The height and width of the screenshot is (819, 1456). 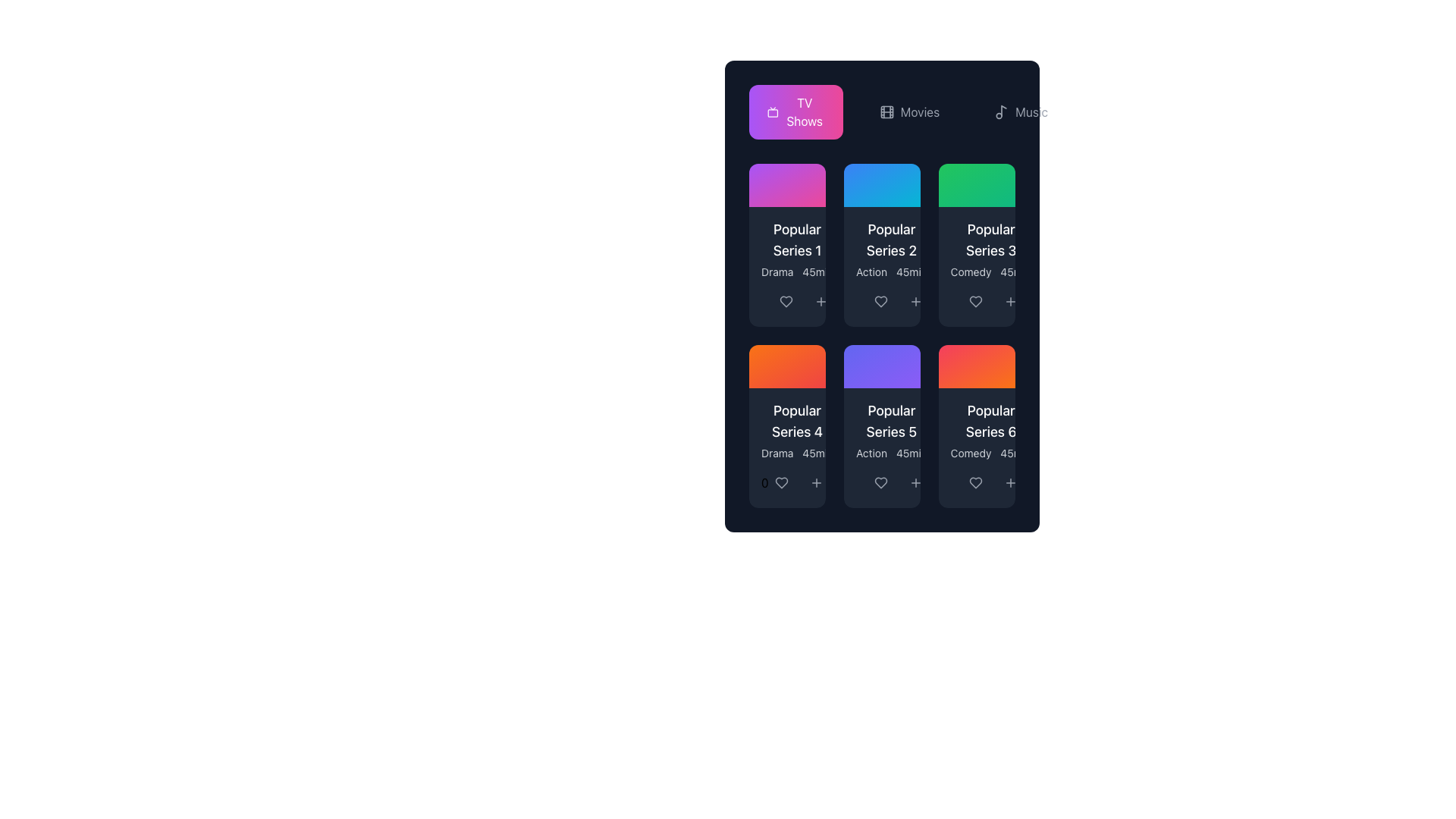 What do you see at coordinates (880, 301) in the screenshot?
I see `the 'like' icon that marks the associated series as a favorite, located in the bottom section of the 'Popular Series 2' card, directly above the '+' icon` at bounding box center [880, 301].